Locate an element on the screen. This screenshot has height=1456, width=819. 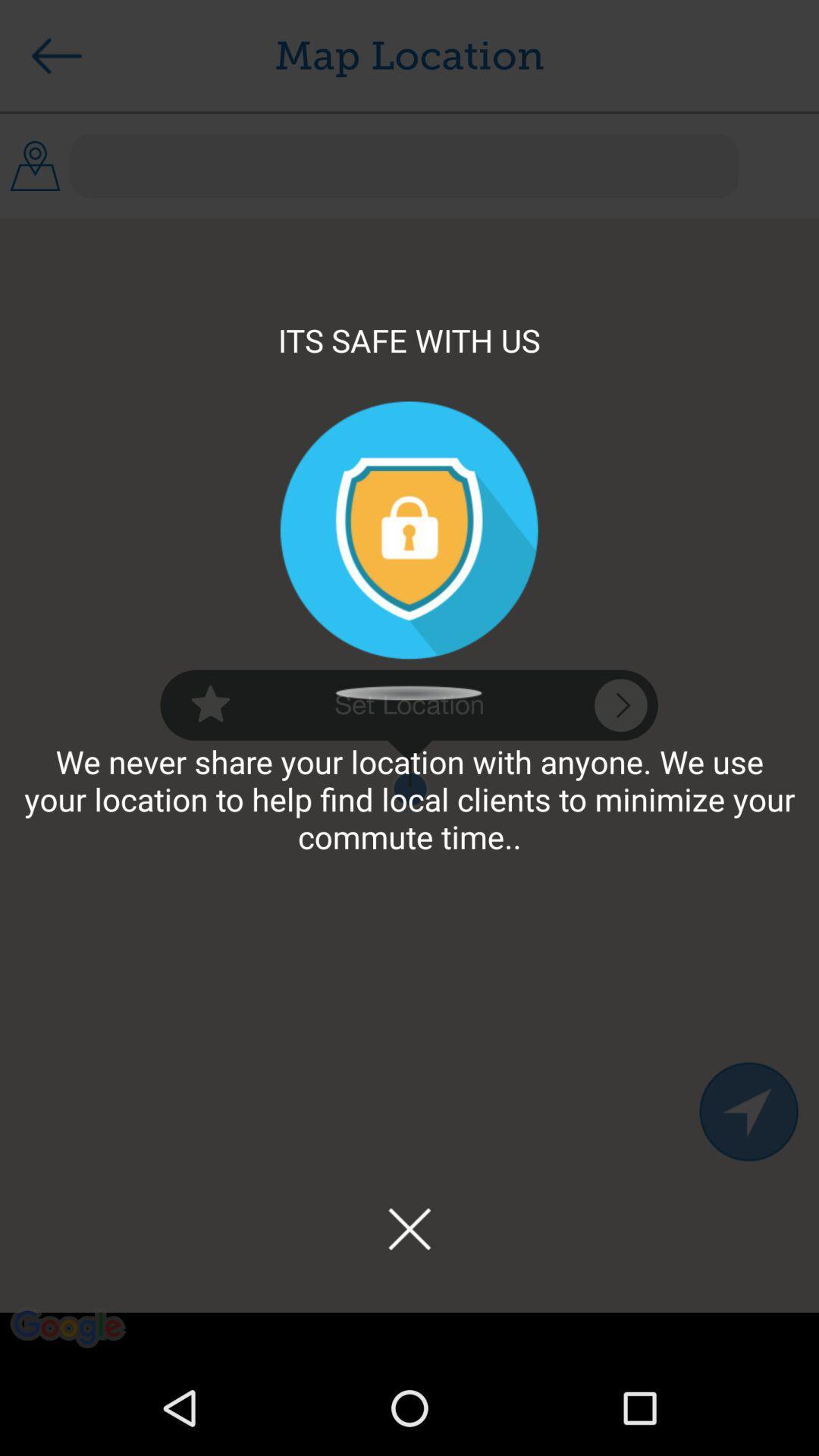
pop up message is located at coordinates (409, 1228).